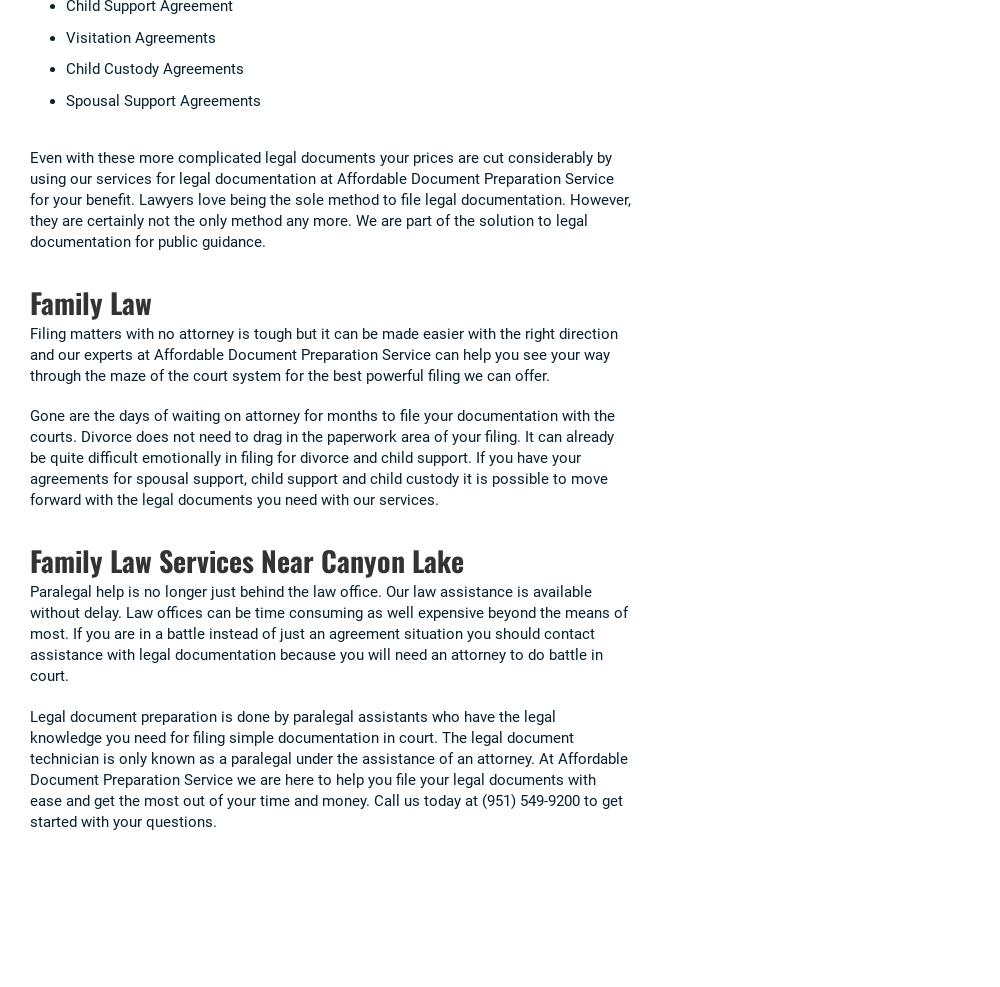  Describe the element at coordinates (321, 456) in the screenshot. I see `'Gone are the days of waiting on attorney for months to file your documentation with the courts. Divorce does not need to drag in the paperwork area of your filing. It can already be quite difficult emotionally in filing for divorce and child support. If you have your agreements for spousal support, child support and child custody it is possible to move forward with the legal documents you need with our services.'` at that location.